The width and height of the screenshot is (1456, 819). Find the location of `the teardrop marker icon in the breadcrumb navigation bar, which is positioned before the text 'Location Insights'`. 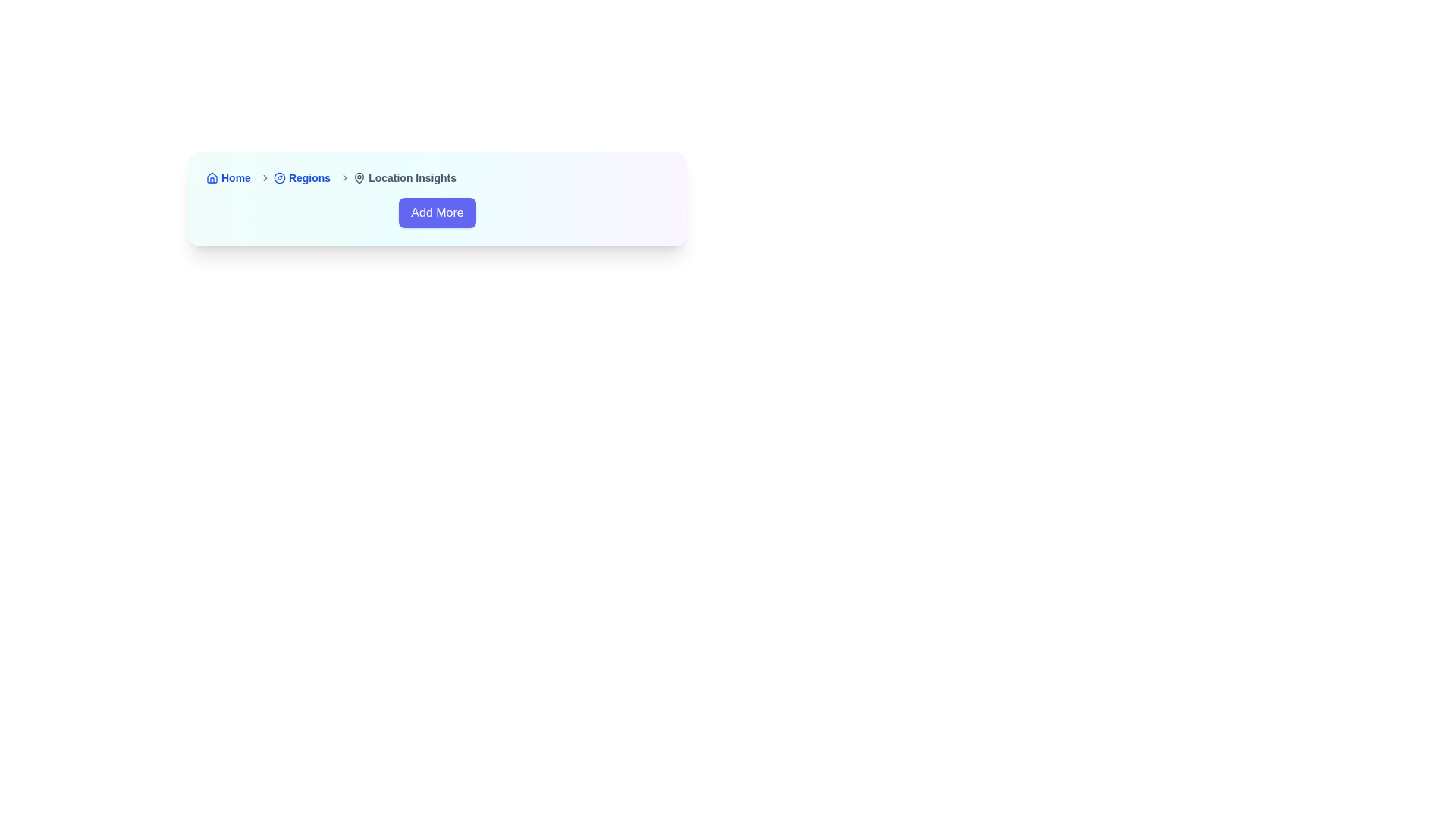

the teardrop marker icon in the breadcrumb navigation bar, which is positioned before the text 'Location Insights' is located at coordinates (359, 177).